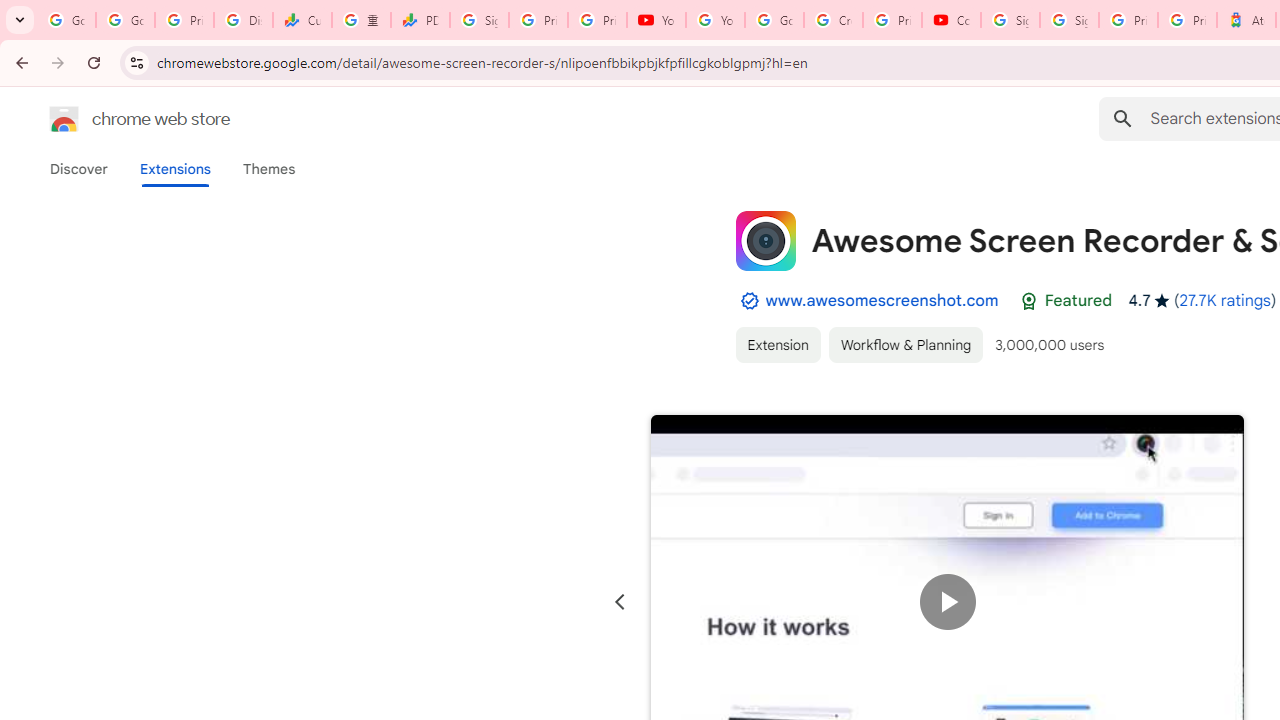 This screenshot has height=720, width=1280. Describe the element at coordinates (833, 20) in the screenshot. I see `'Create your Google Account'` at that location.